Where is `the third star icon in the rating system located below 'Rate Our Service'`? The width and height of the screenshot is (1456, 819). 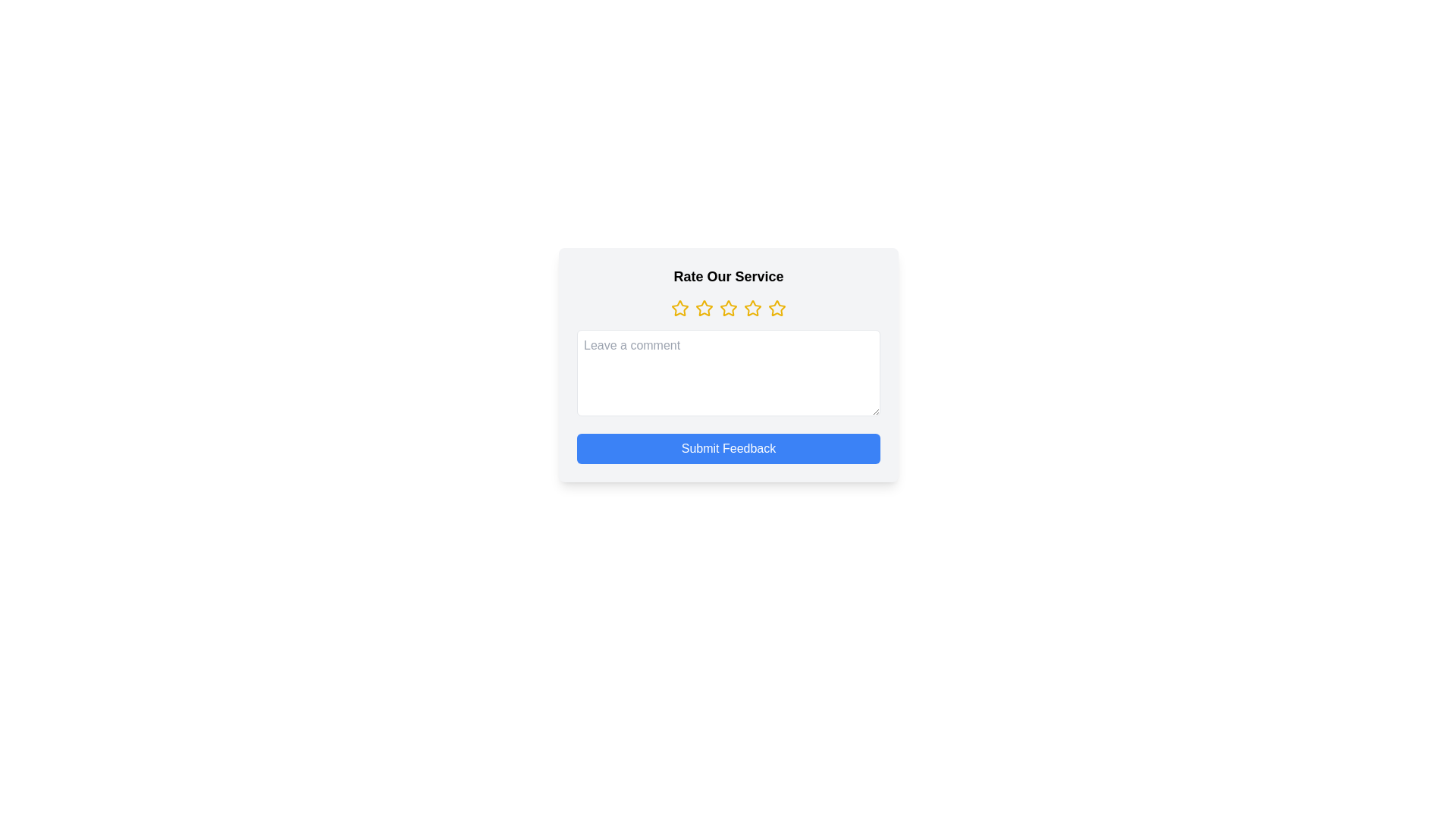
the third star icon in the rating system located below 'Rate Our Service' is located at coordinates (704, 308).